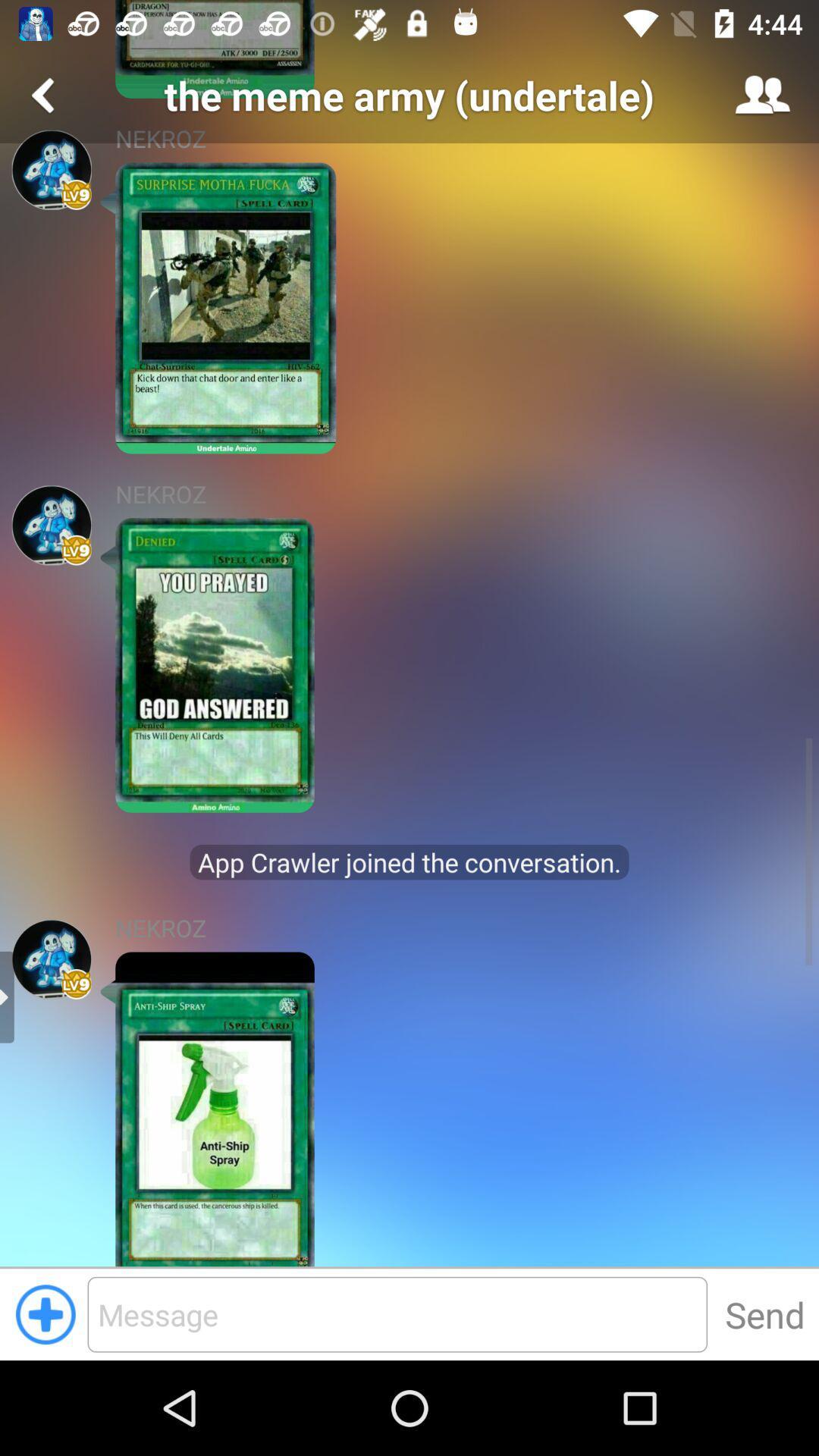 The width and height of the screenshot is (819, 1456). Describe the element at coordinates (397, 1313) in the screenshot. I see `message text field at the bottom of the page` at that location.